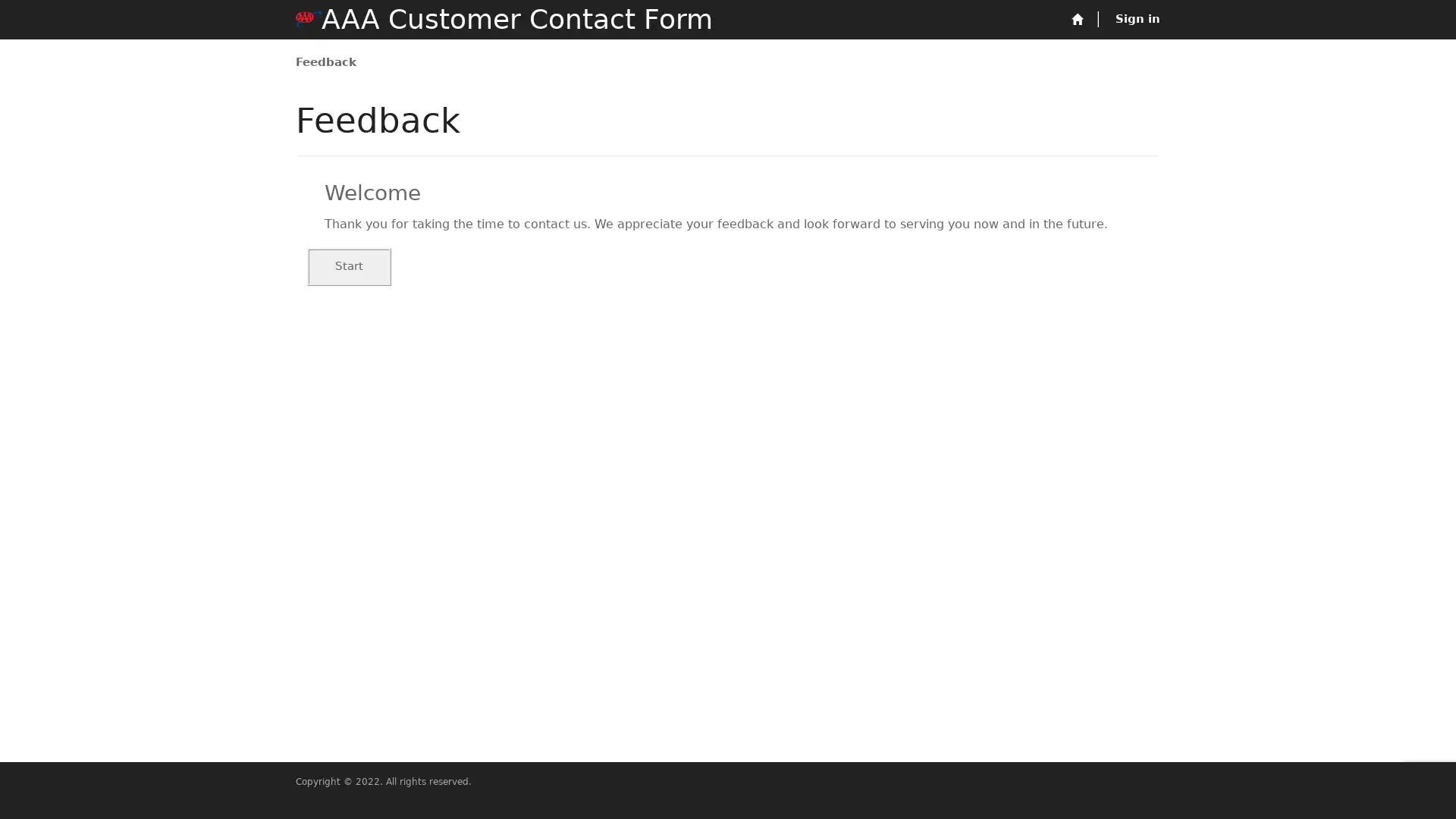 The image size is (1456, 819). I want to click on Start, so click(348, 265).